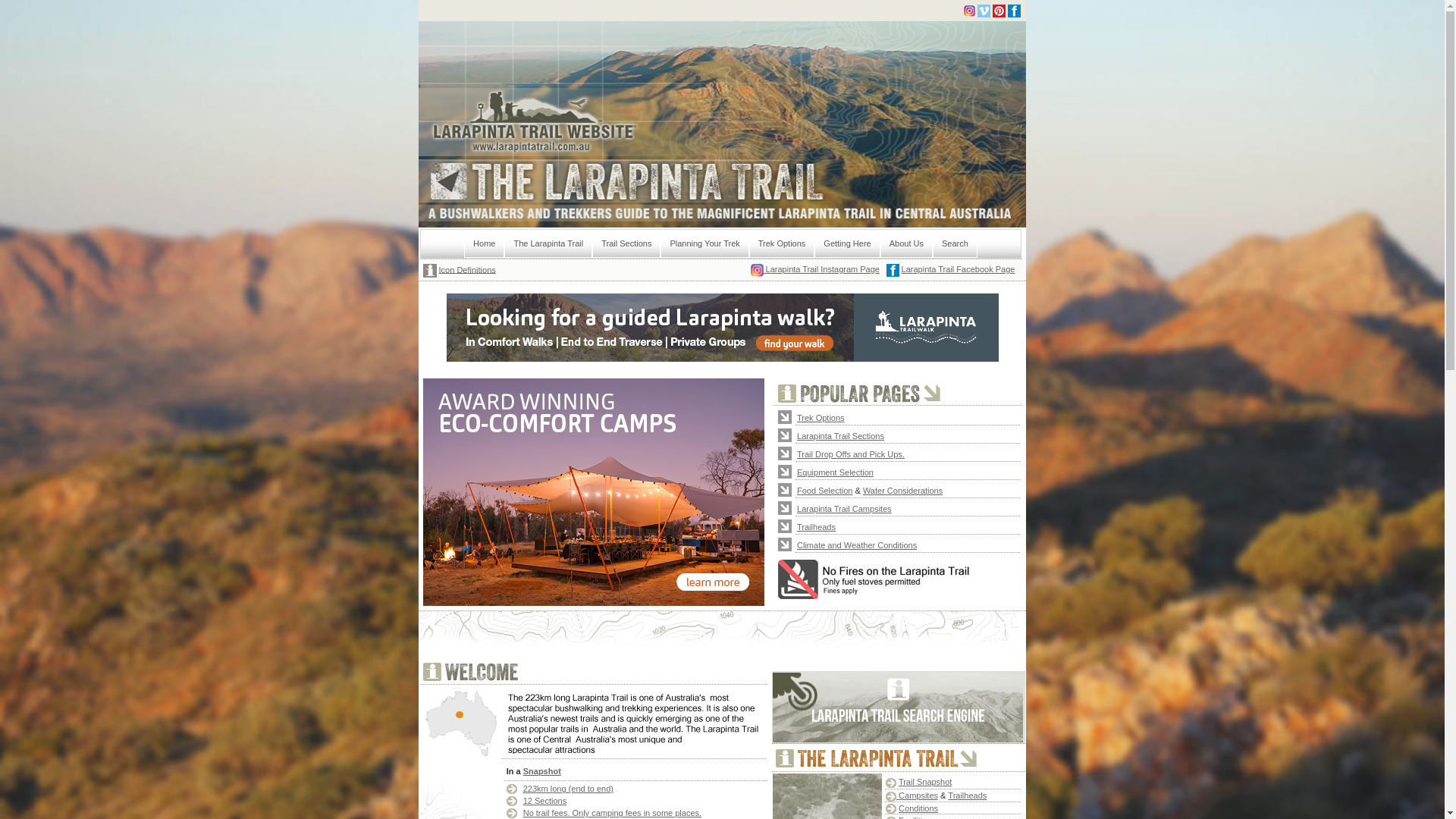 The width and height of the screenshot is (1456, 819). I want to click on 'Getting Here', so click(846, 243).